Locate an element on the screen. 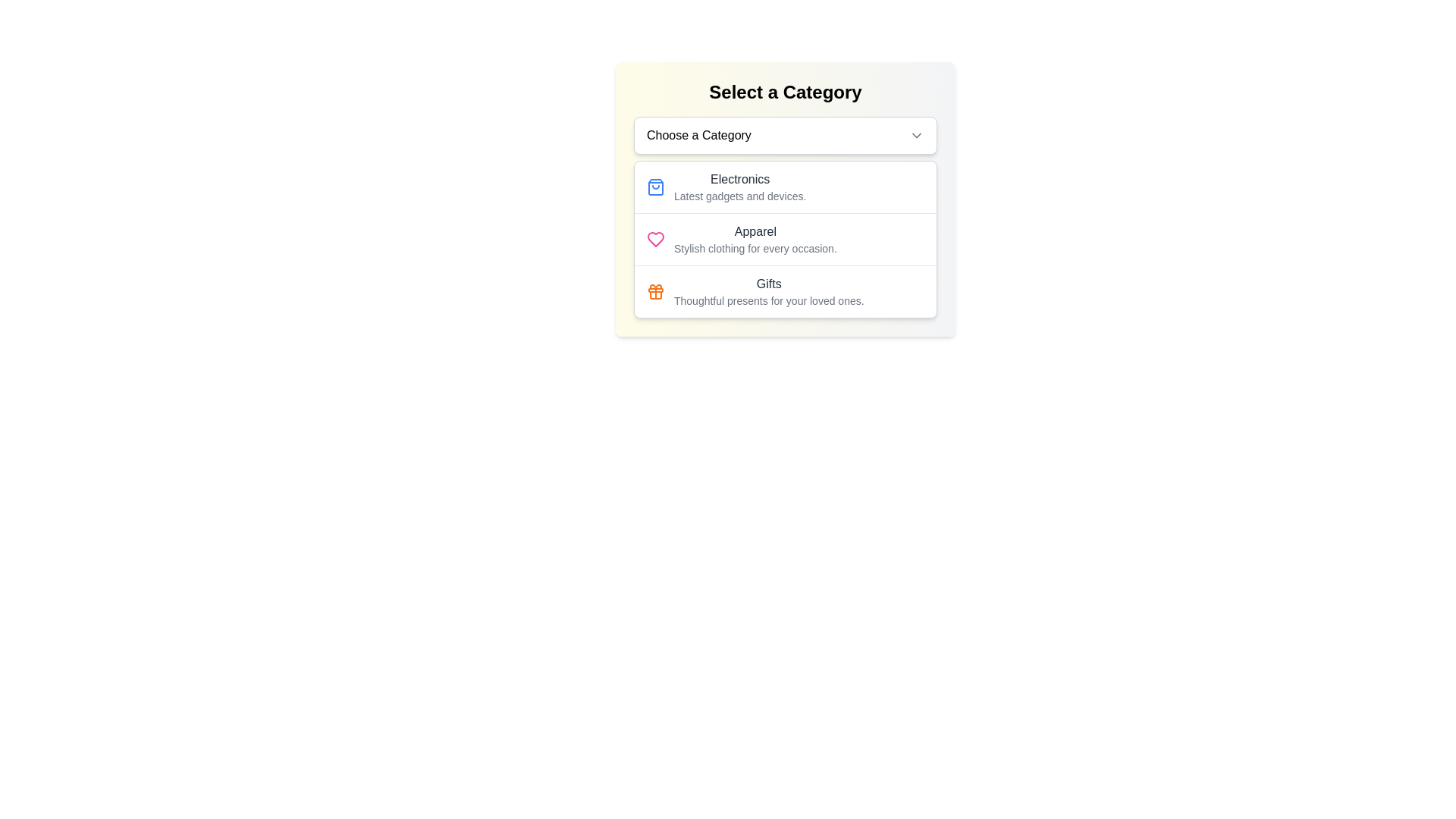 Image resolution: width=1456 pixels, height=819 pixels. the 'Apparel' category icon is located at coordinates (655, 239).